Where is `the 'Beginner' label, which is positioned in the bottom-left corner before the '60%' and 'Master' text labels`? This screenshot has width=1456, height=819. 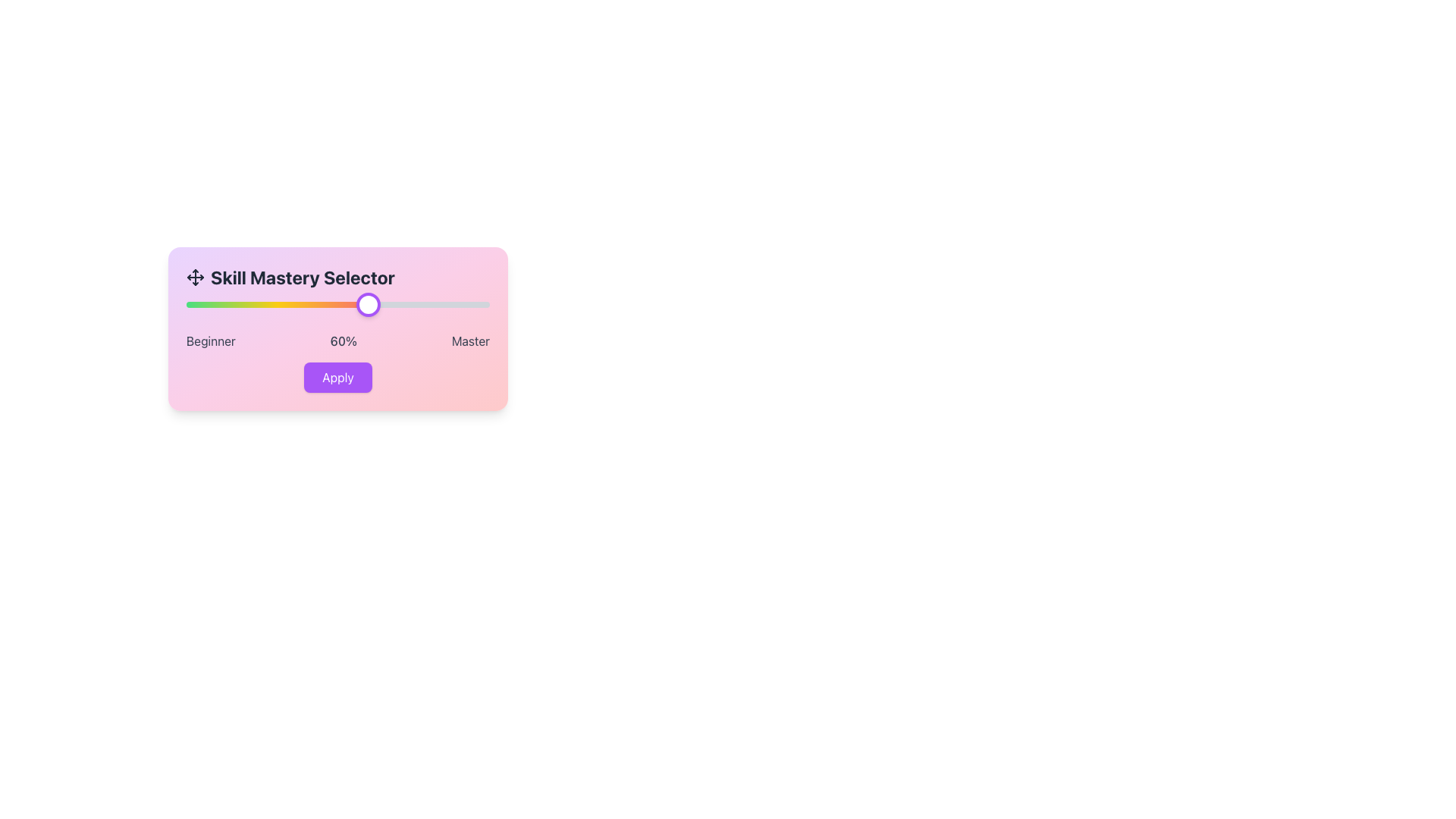
the 'Beginner' label, which is positioned in the bottom-left corner before the '60%' and 'Master' text labels is located at coordinates (210, 341).